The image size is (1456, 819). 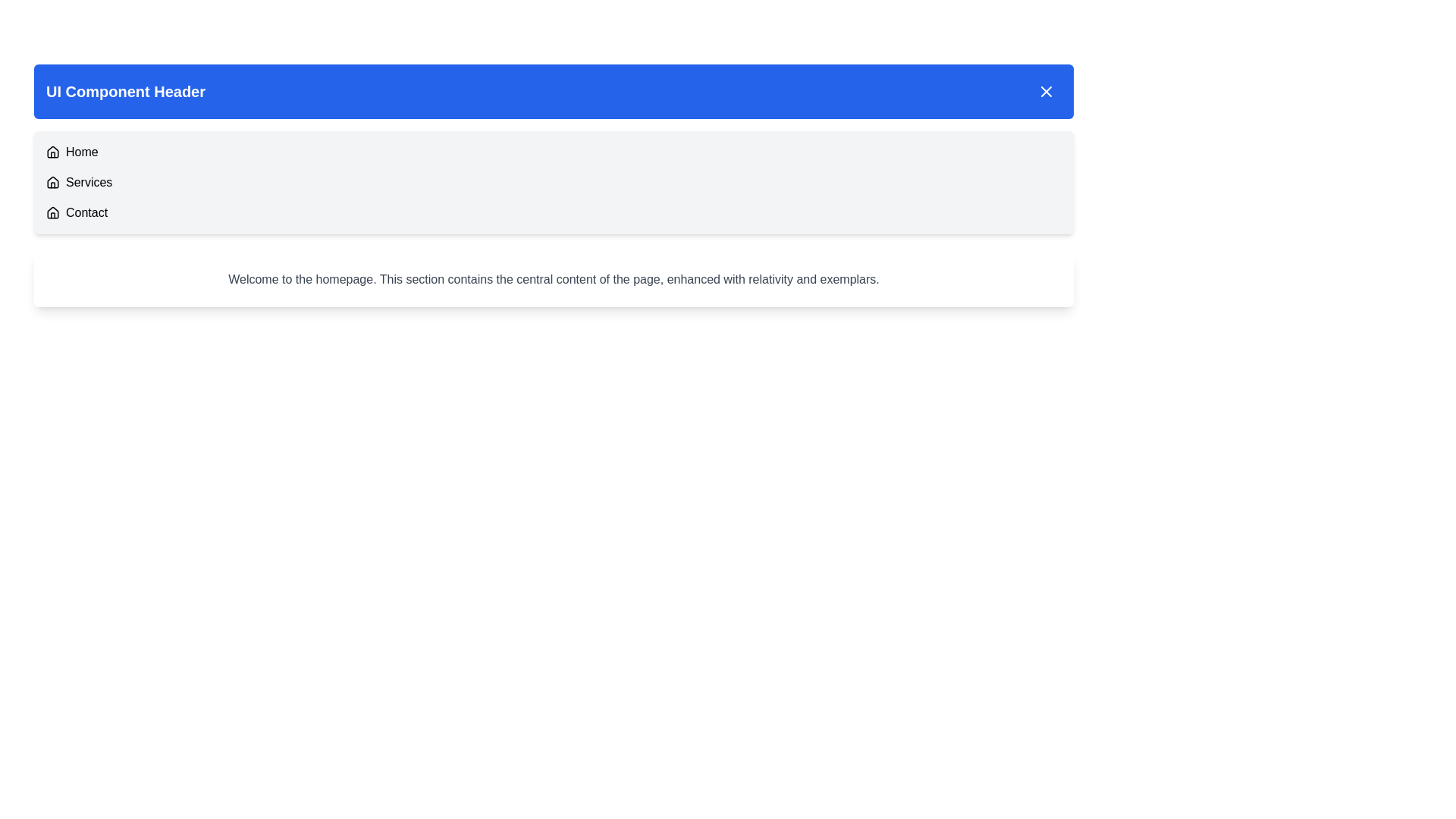 What do you see at coordinates (86, 213) in the screenshot?
I see `the 'Contact' text label in the vertical menu list, which is the last item below 'Home' and 'Services'` at bounding box center [86, 213].